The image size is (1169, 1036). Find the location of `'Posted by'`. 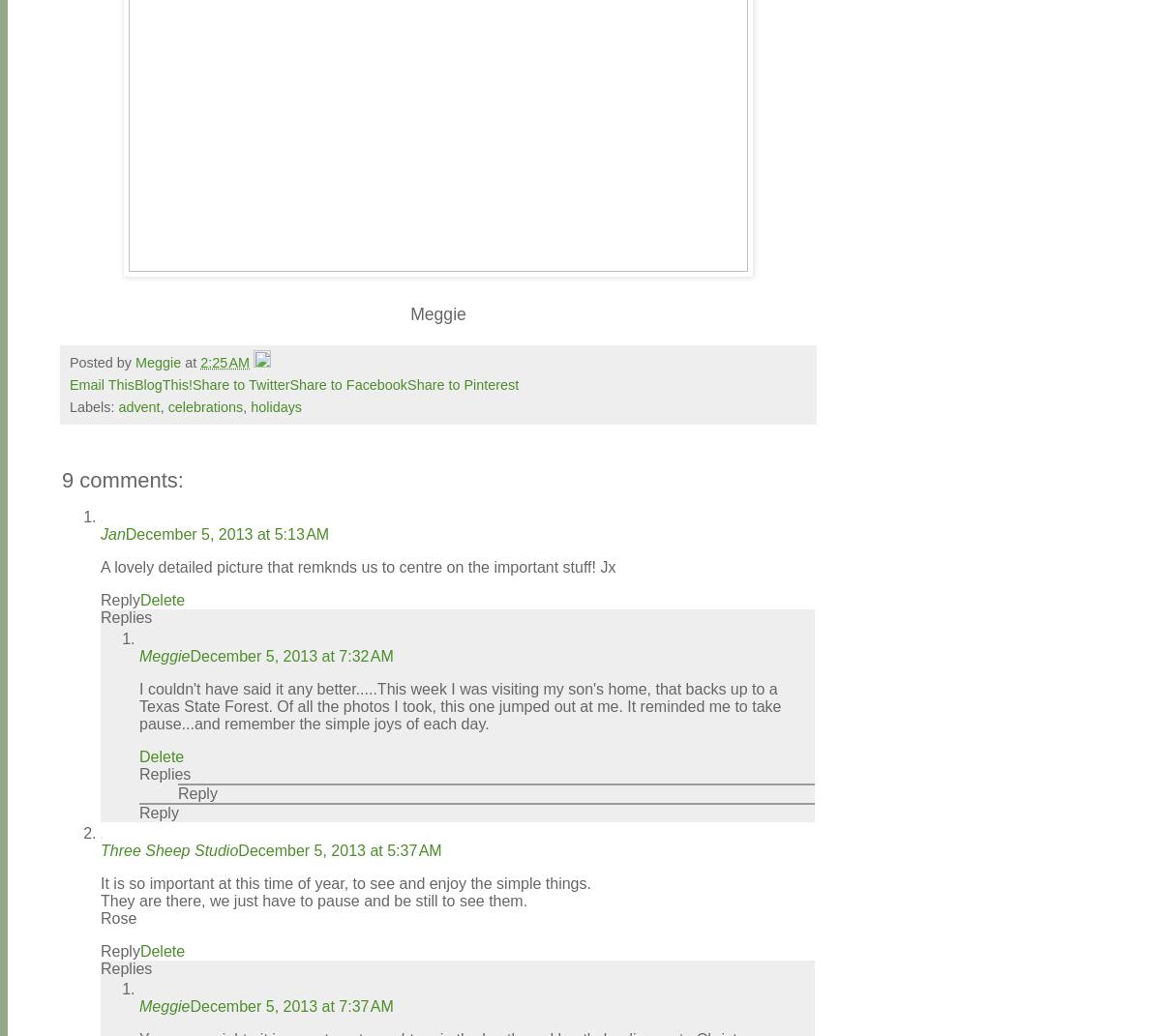

'Posted by' is located at coordinates (101, 361).